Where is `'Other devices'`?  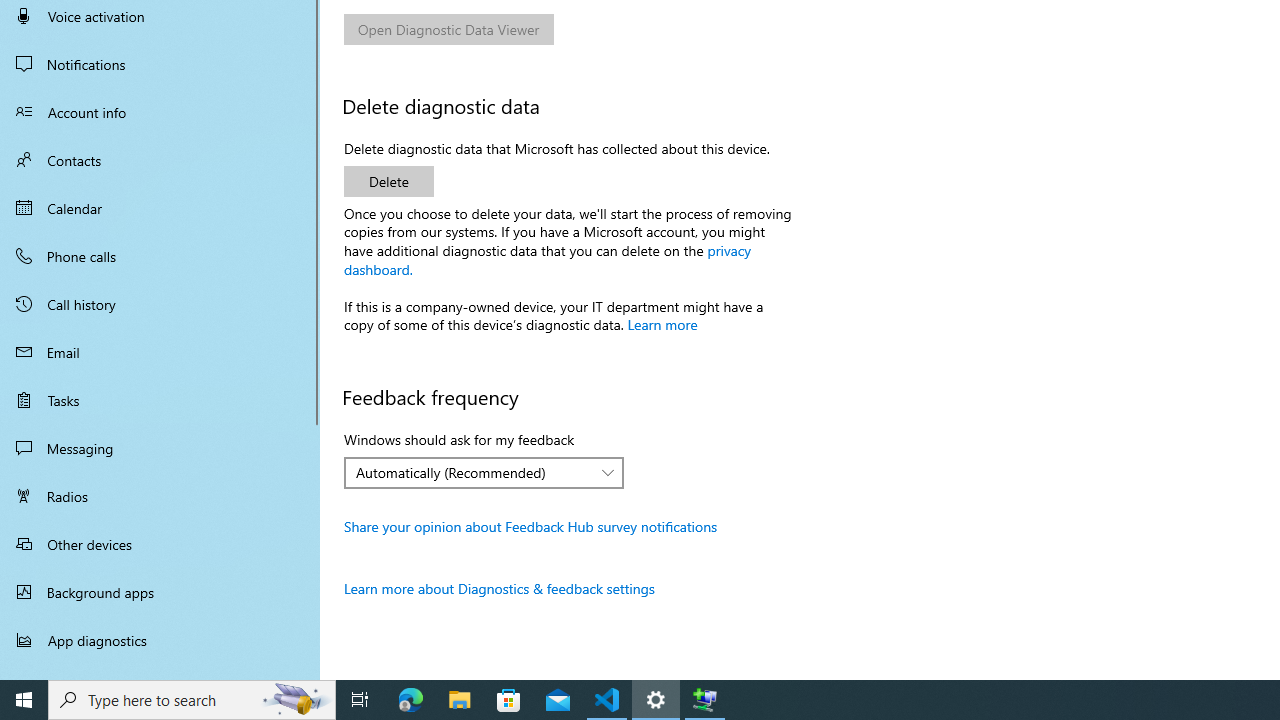 'Other devices' is located at coordinates (160, 543).